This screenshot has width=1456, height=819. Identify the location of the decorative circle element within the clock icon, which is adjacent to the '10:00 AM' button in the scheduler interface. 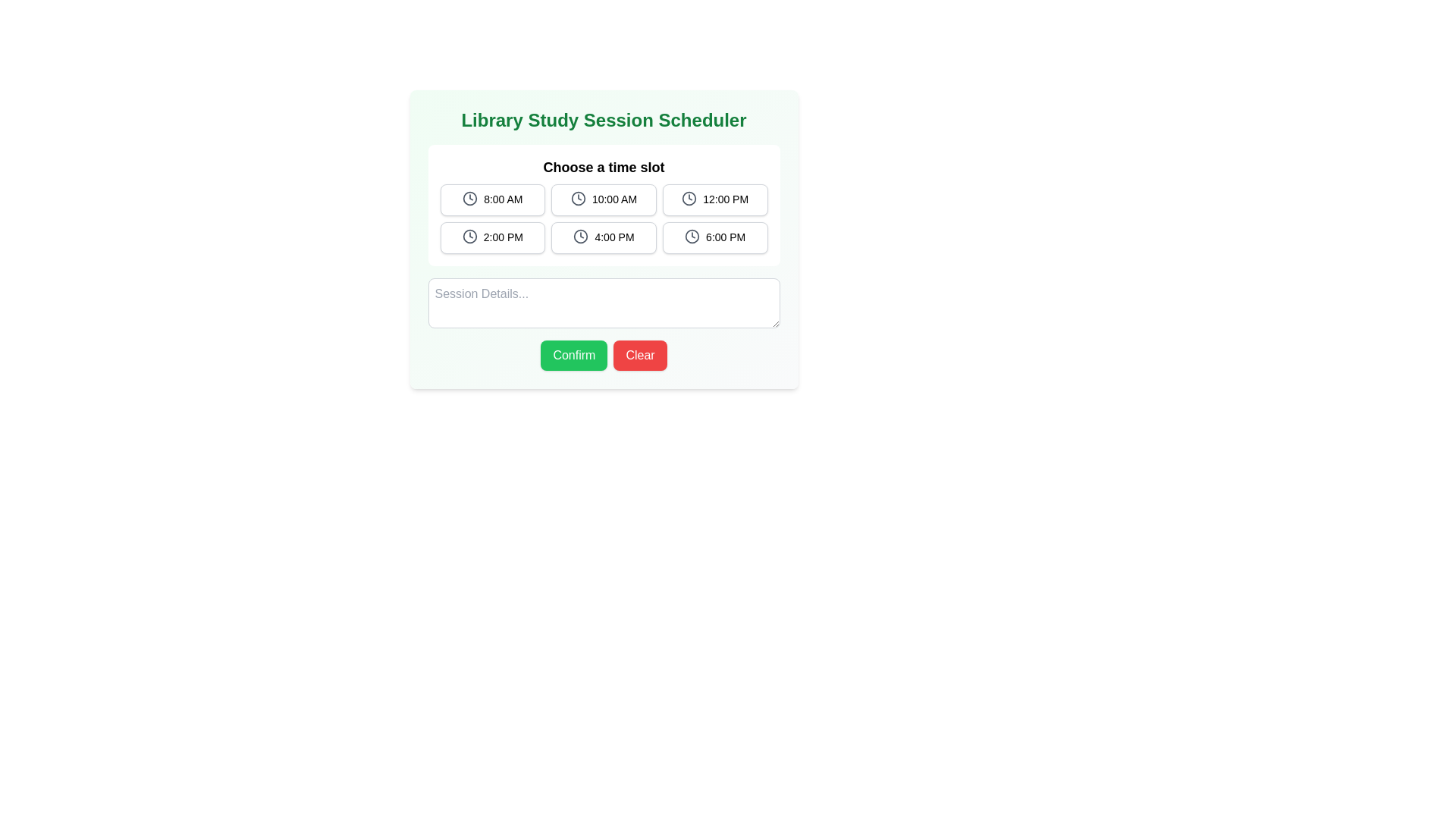
(577, 198).